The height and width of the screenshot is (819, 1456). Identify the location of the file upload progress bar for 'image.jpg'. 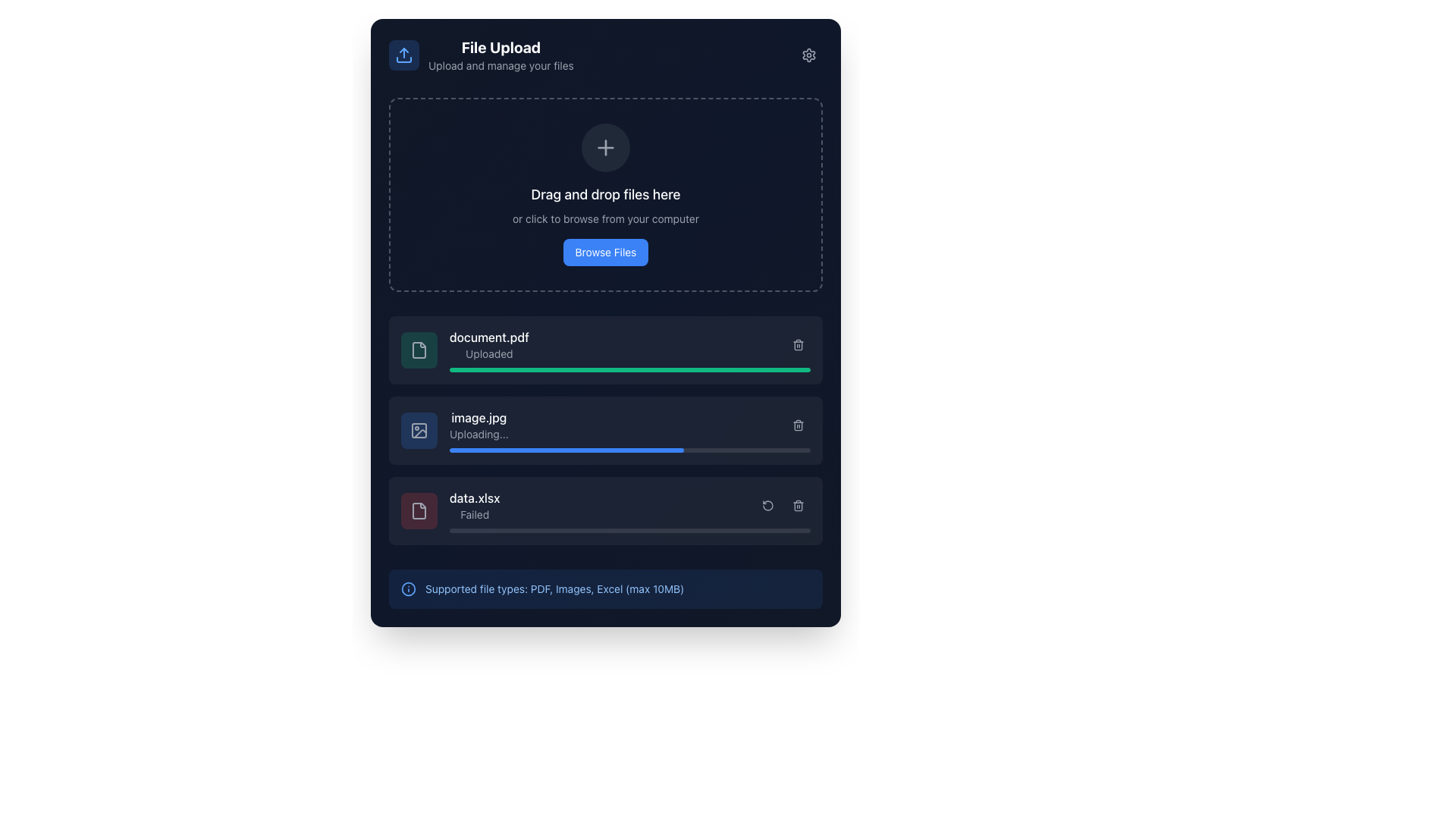
(604, 430).